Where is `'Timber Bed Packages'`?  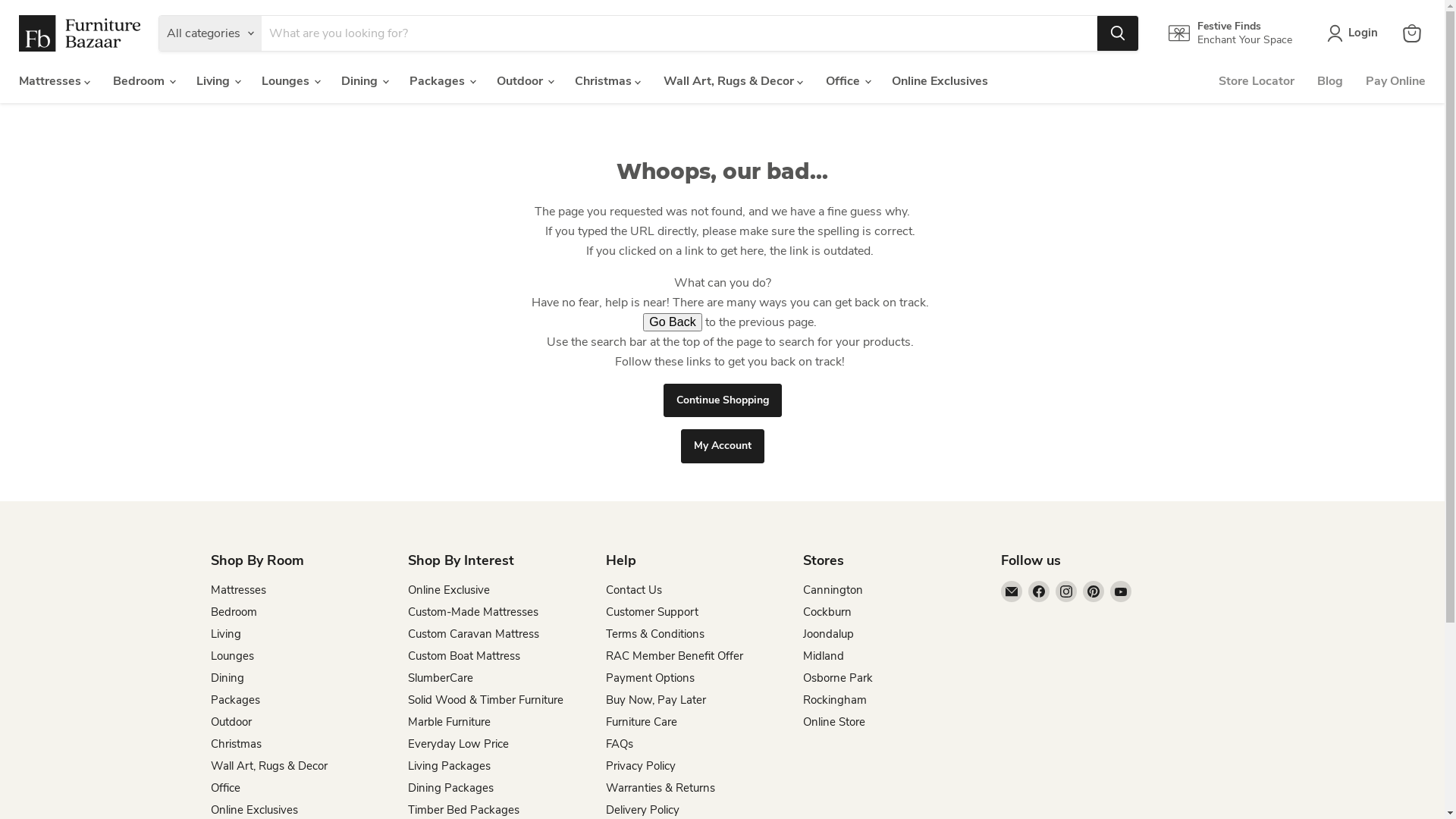
'Timber Bed Packages' is located at coordinates (463, 809).